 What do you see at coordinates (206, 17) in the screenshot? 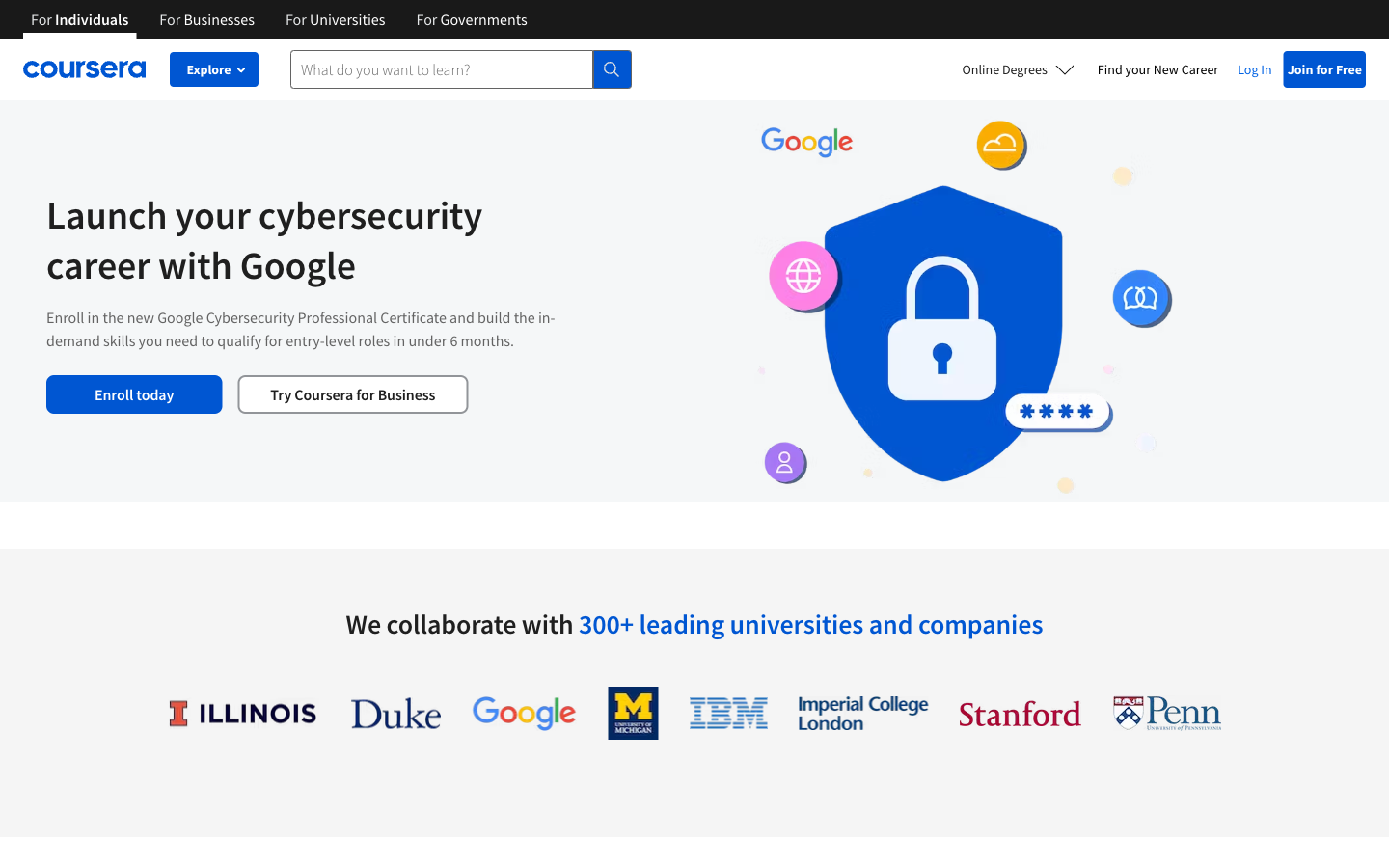
I see `Coursera"s business page` at bounding box center [206, 17].